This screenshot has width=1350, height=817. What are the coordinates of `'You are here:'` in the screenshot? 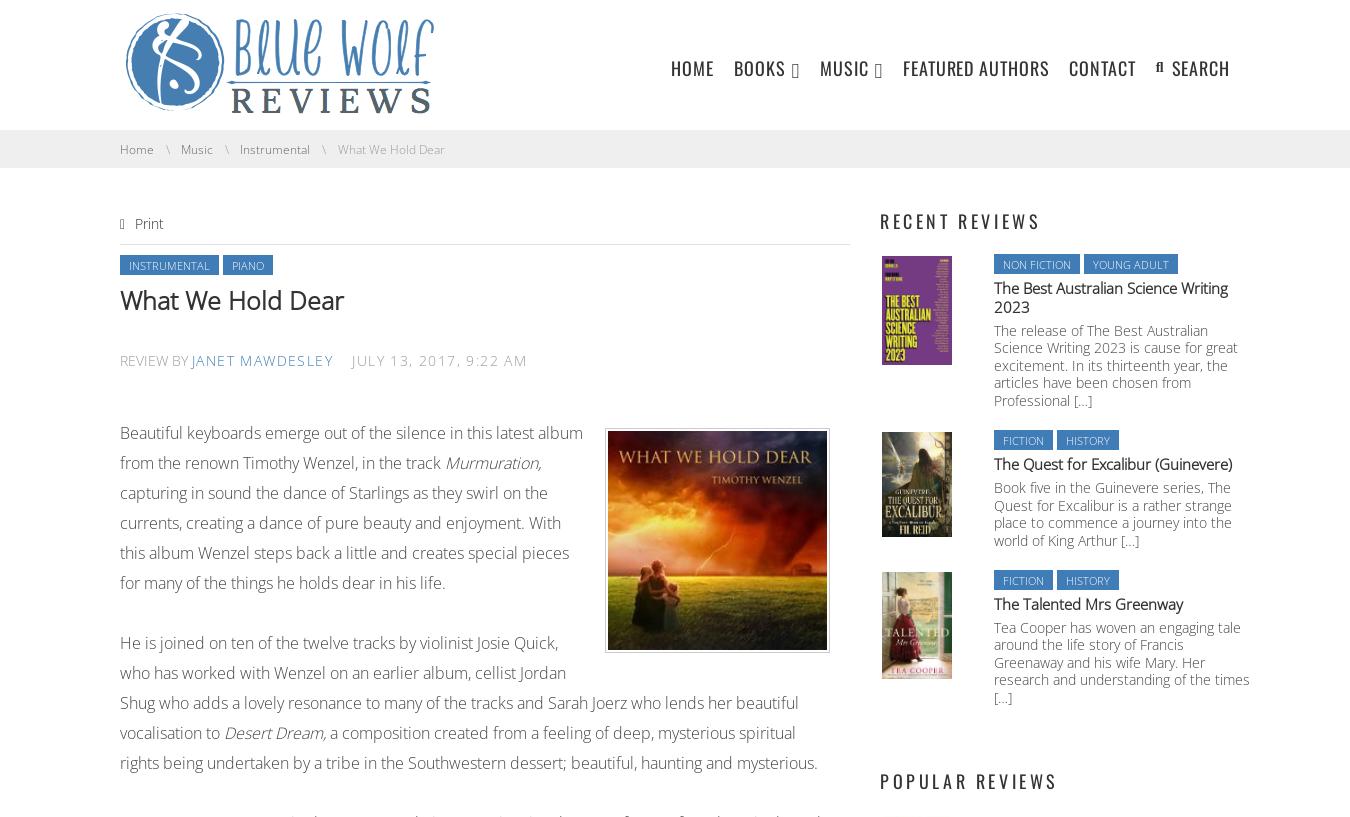 It's located at (156, 148).